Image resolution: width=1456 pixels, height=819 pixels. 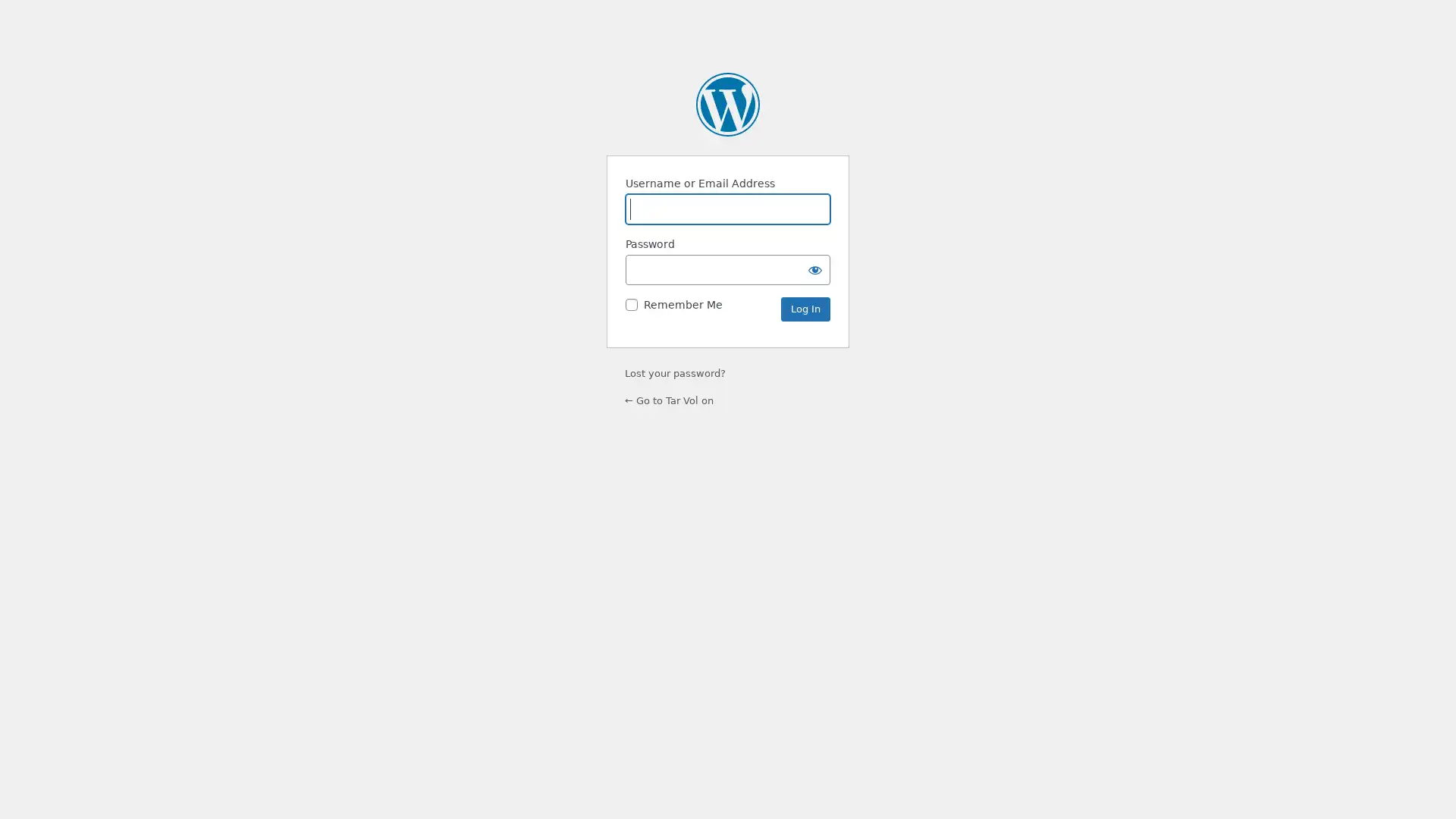 What do you see at coordinates (814, 268) in the screenshot?
I see `Show password` at bounding box center [814, 268].